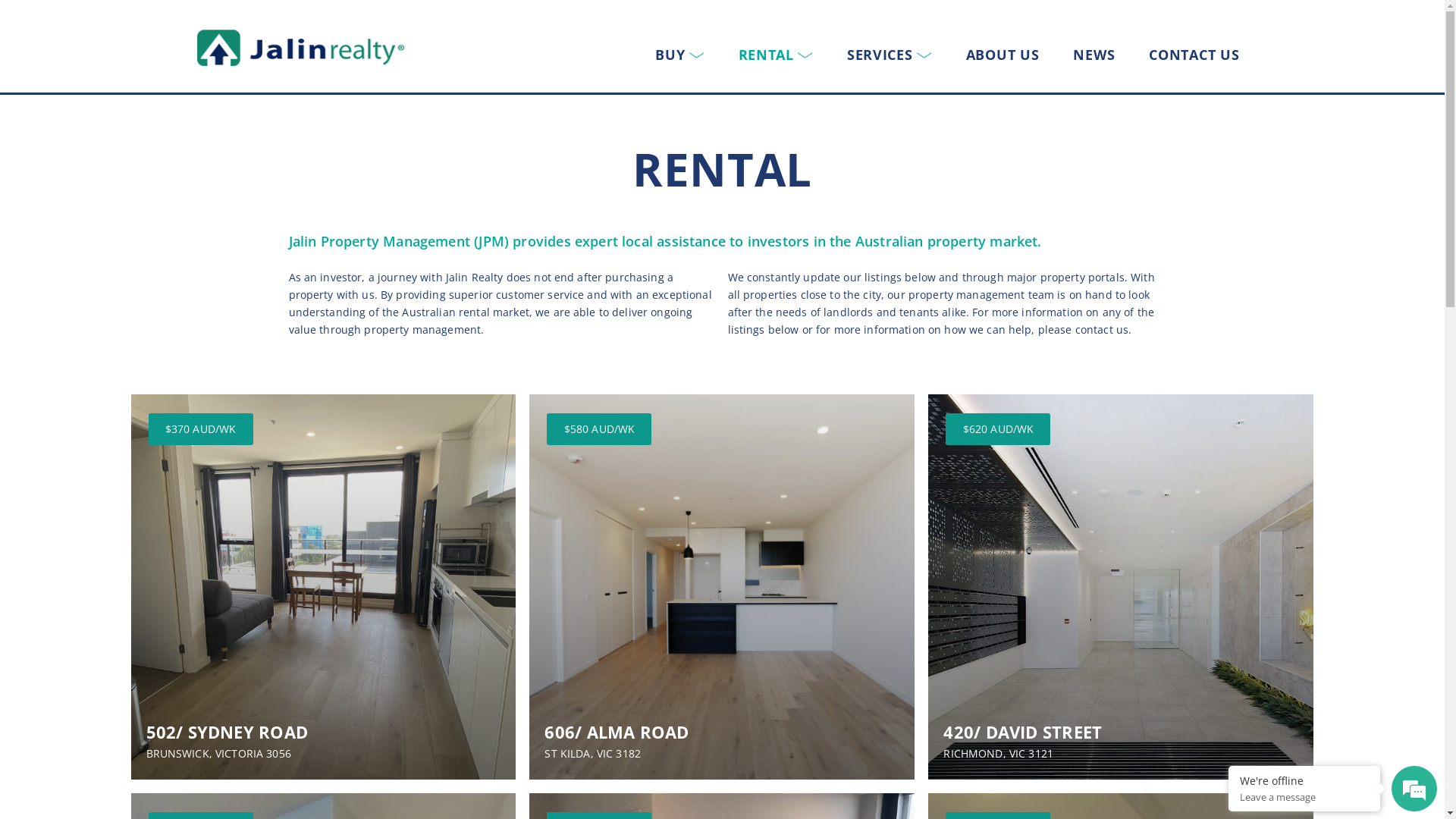  I want to click on '$580 AUD/WK', so click(598, 429).